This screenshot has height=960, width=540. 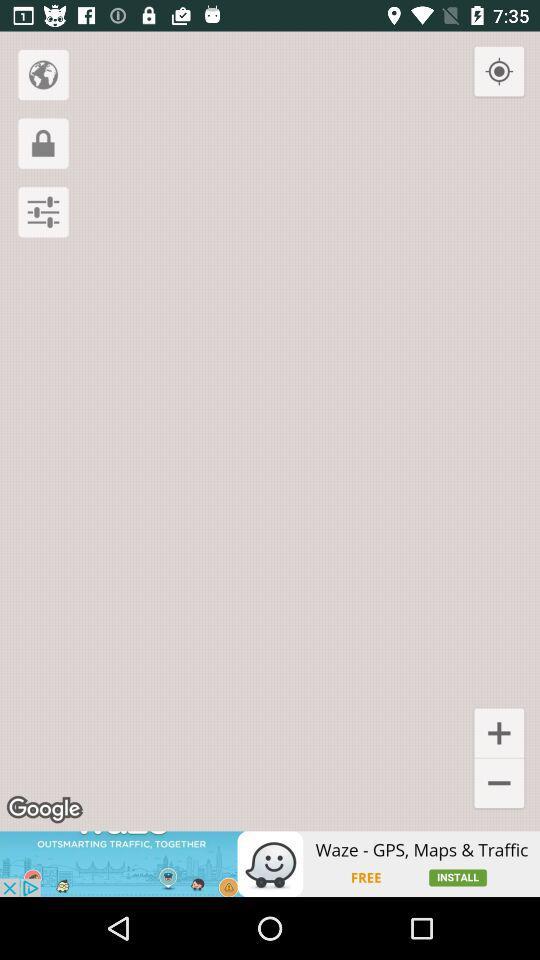 I want to click on advertisement, so click(x=270, y=863).